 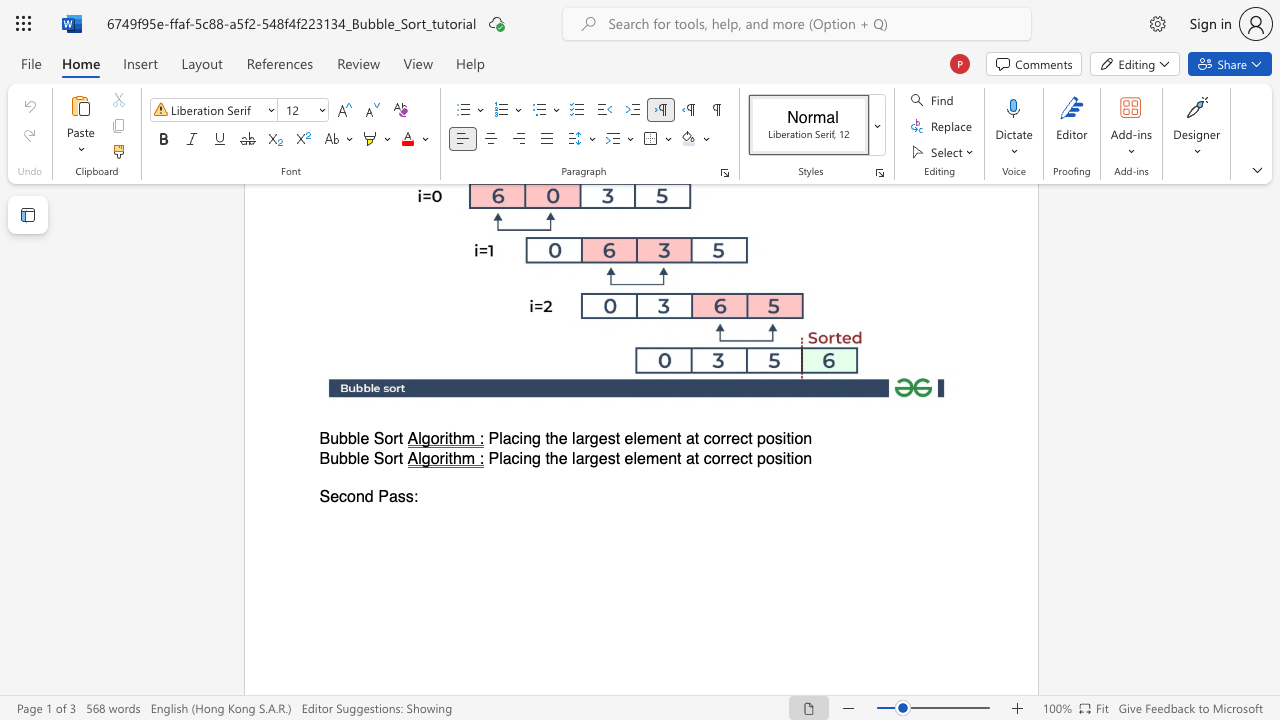 I want to click on the space between the continuous character "o" and "r" in the text, so click(x=392, y=438).